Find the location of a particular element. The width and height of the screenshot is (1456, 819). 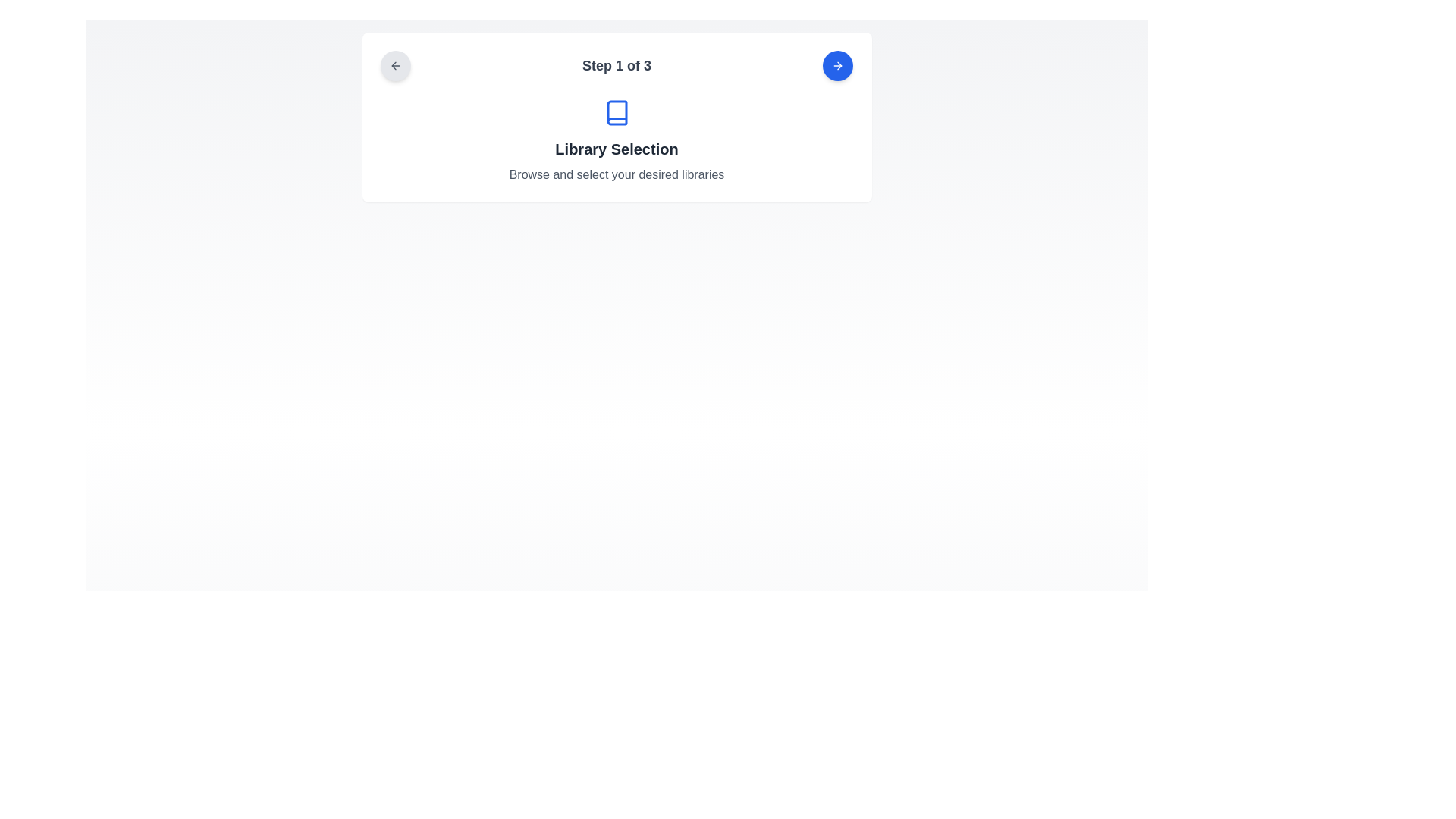

text 'Library Selection' and its accompanying subtitle 'Browse and select your desired libraries' from the central icon and text element located below the navigation header 'Step 1 of 3' is located at coordinates (617, 141).